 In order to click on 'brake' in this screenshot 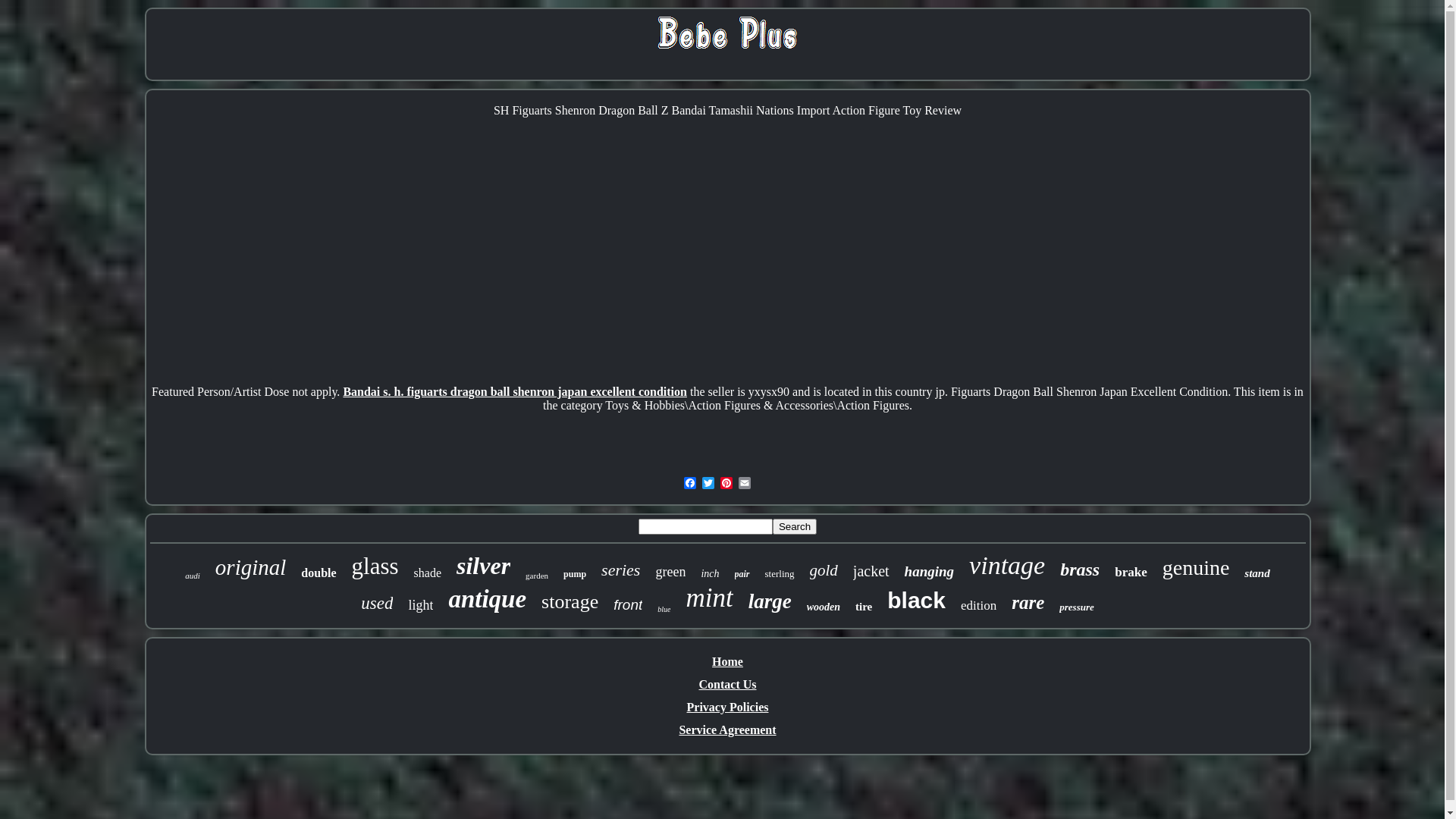, I will do `click(1131, 573)`.